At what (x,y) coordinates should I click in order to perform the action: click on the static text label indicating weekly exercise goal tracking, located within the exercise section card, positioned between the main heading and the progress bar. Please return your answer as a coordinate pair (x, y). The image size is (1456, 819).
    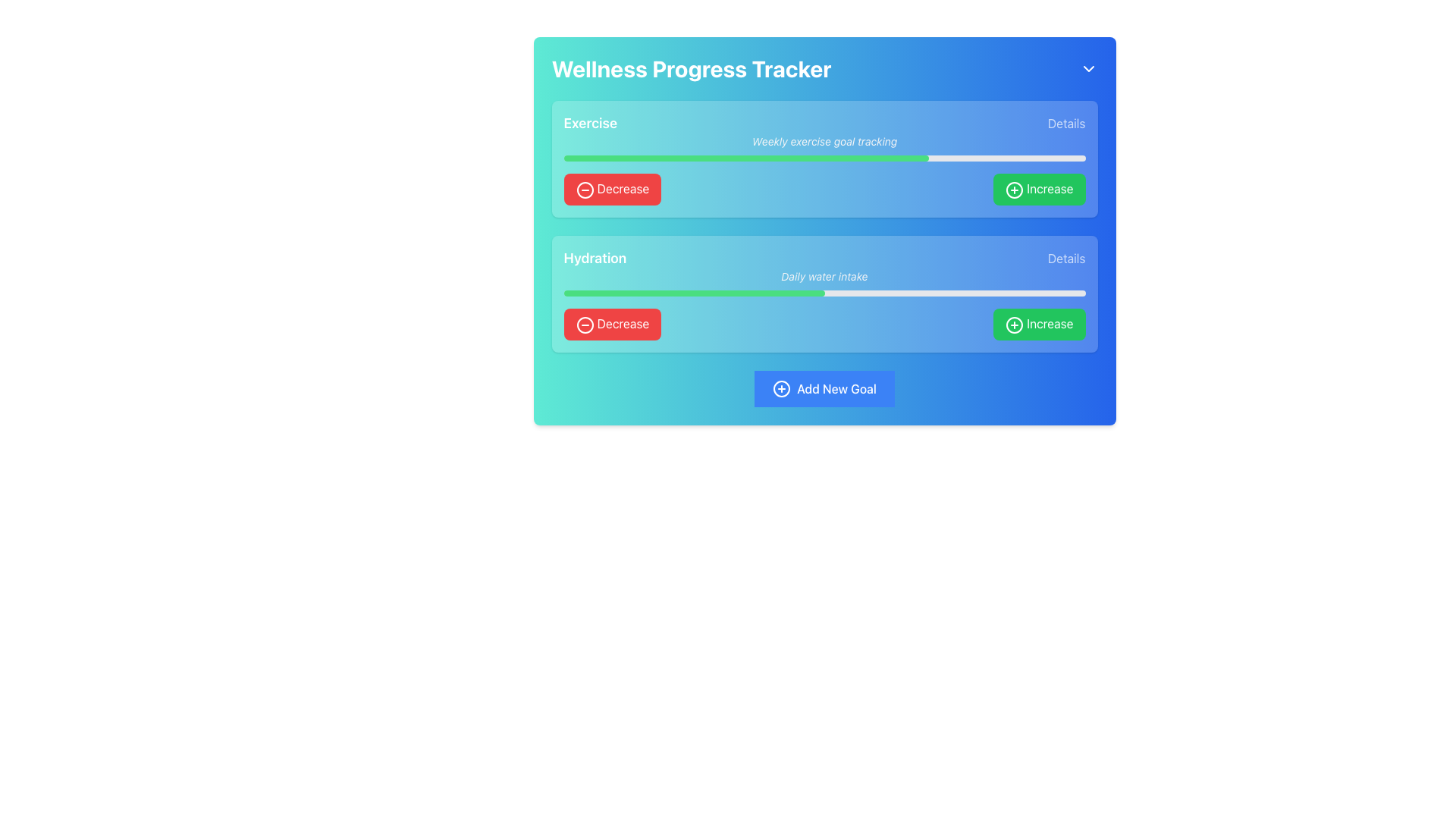
    Looking at the image, I should click on (824, 141).